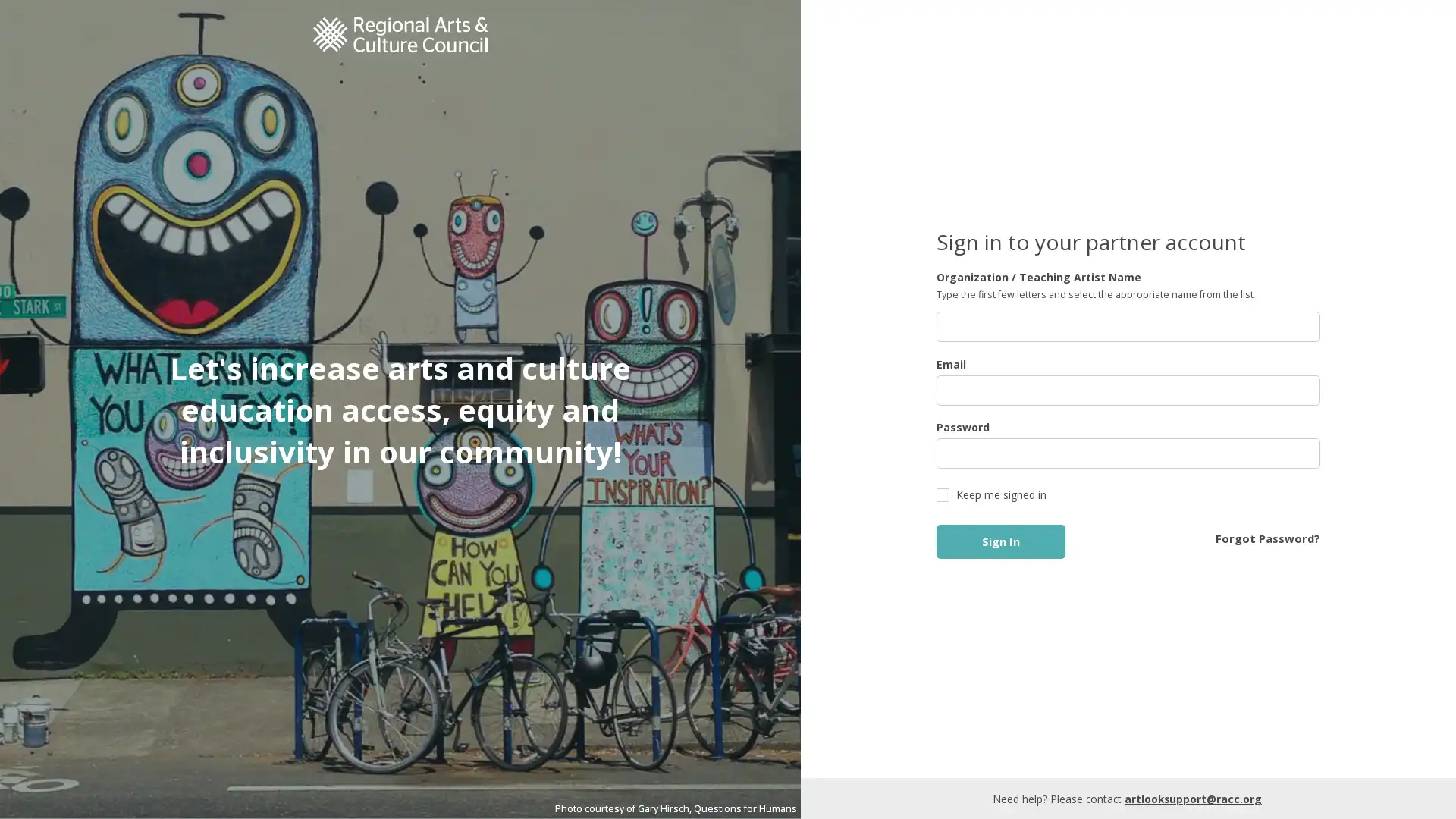 This screenshot has height=819, width=1456. What do you see at coordinates (1001, 540) in the screenshot?
I see `Sign In` at bounding box center [1001, 540].